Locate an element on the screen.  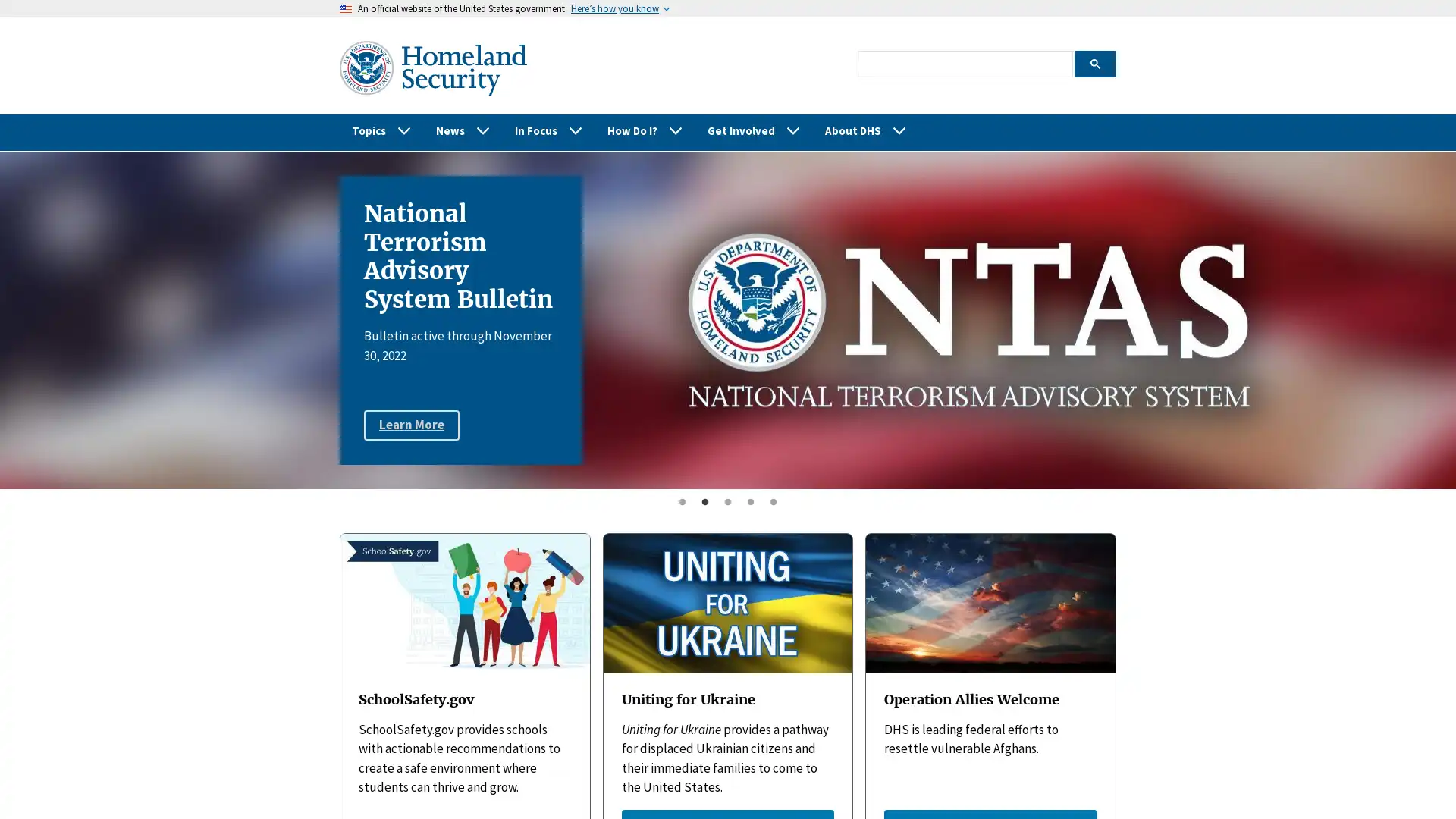
In Focus is located at coordinates (548, 130).